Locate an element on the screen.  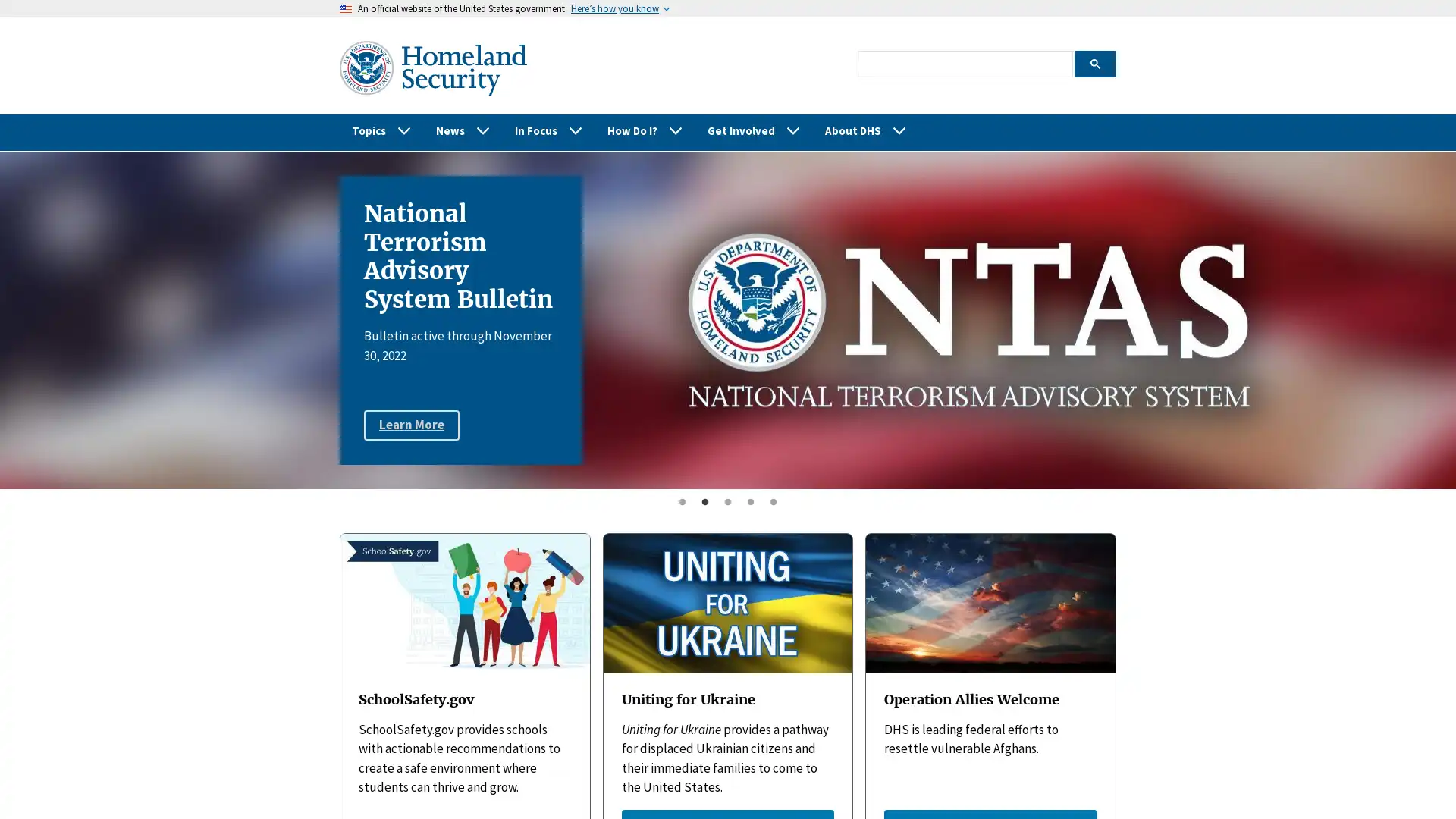
In Focus is located at coordinates (548, 130).